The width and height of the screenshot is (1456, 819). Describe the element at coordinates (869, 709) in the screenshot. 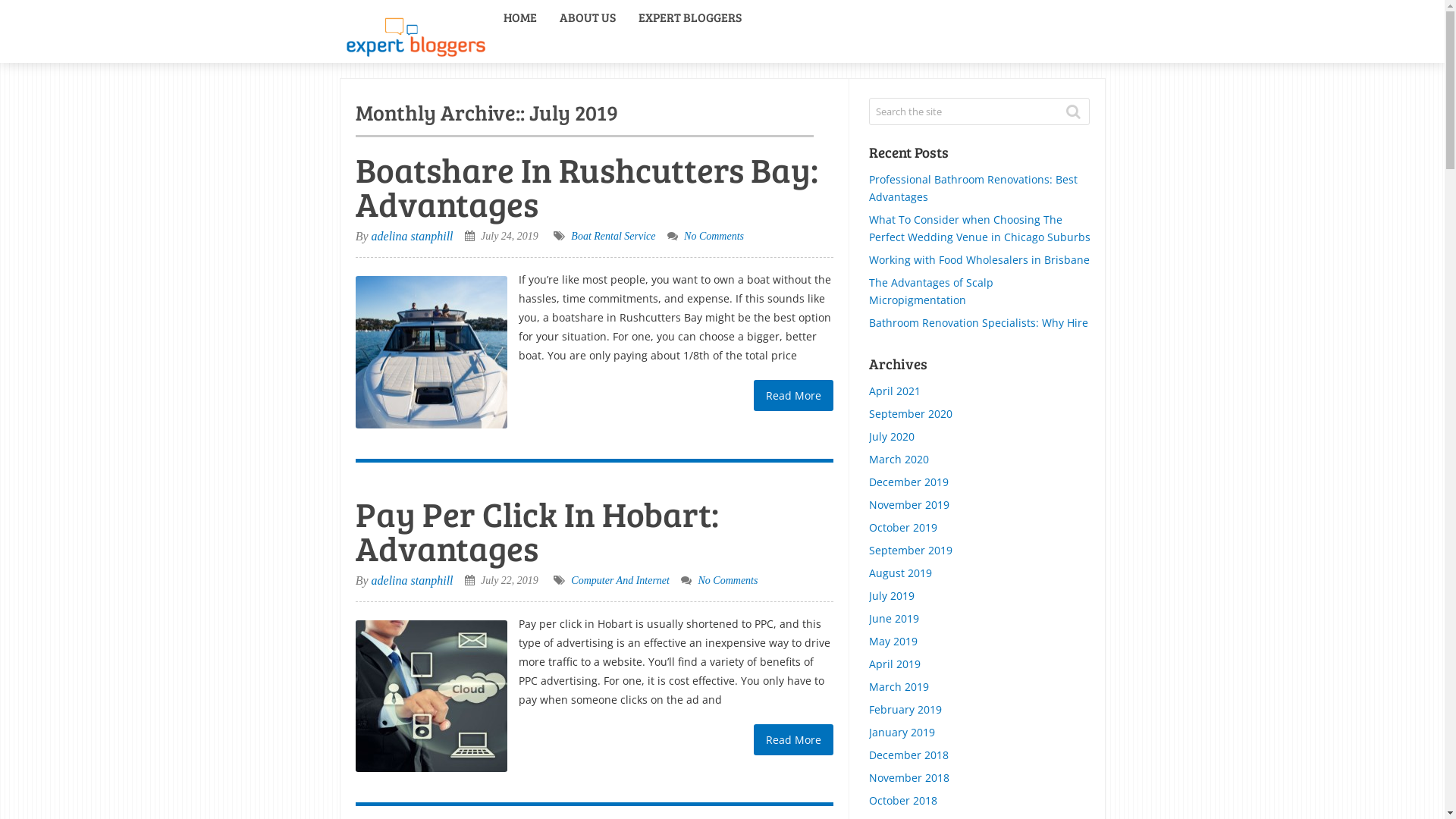

I see `'February 2019'` at that location.